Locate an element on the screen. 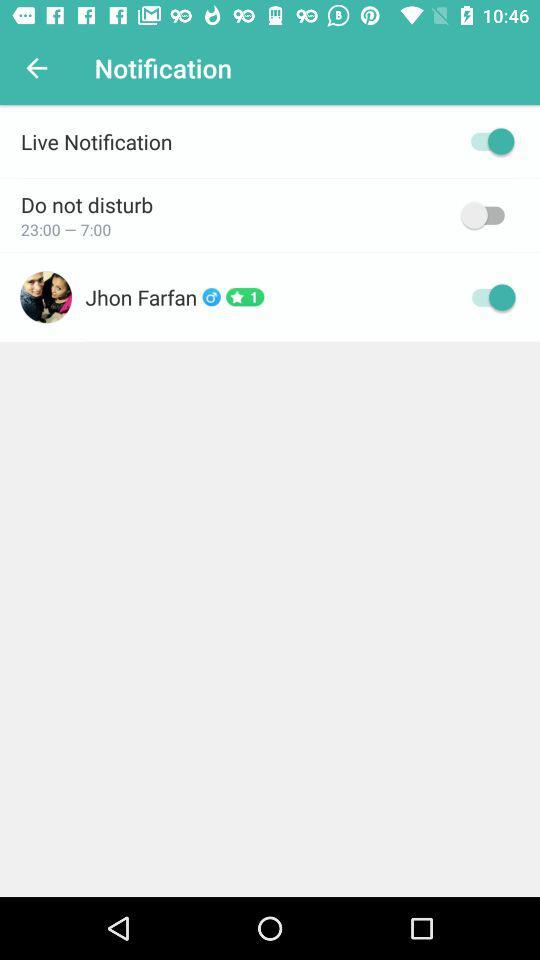  icon next to the notification icon is located at coordinates (36, 68).